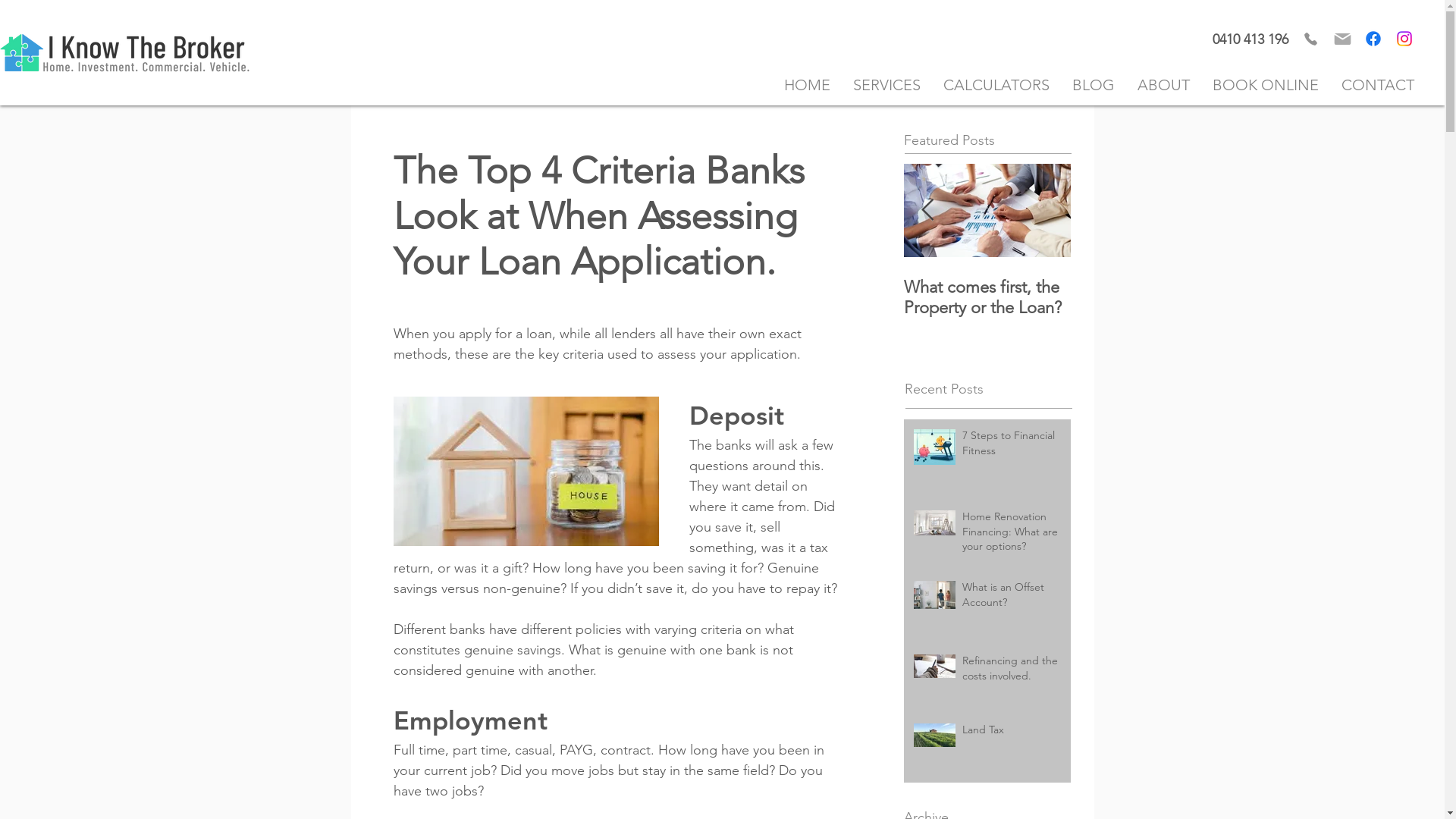 This screenshot has height=819, width=1456. Describe the element at coordinates (1329, 84) in the screenshot. I see `'CONTACT'` at that location.